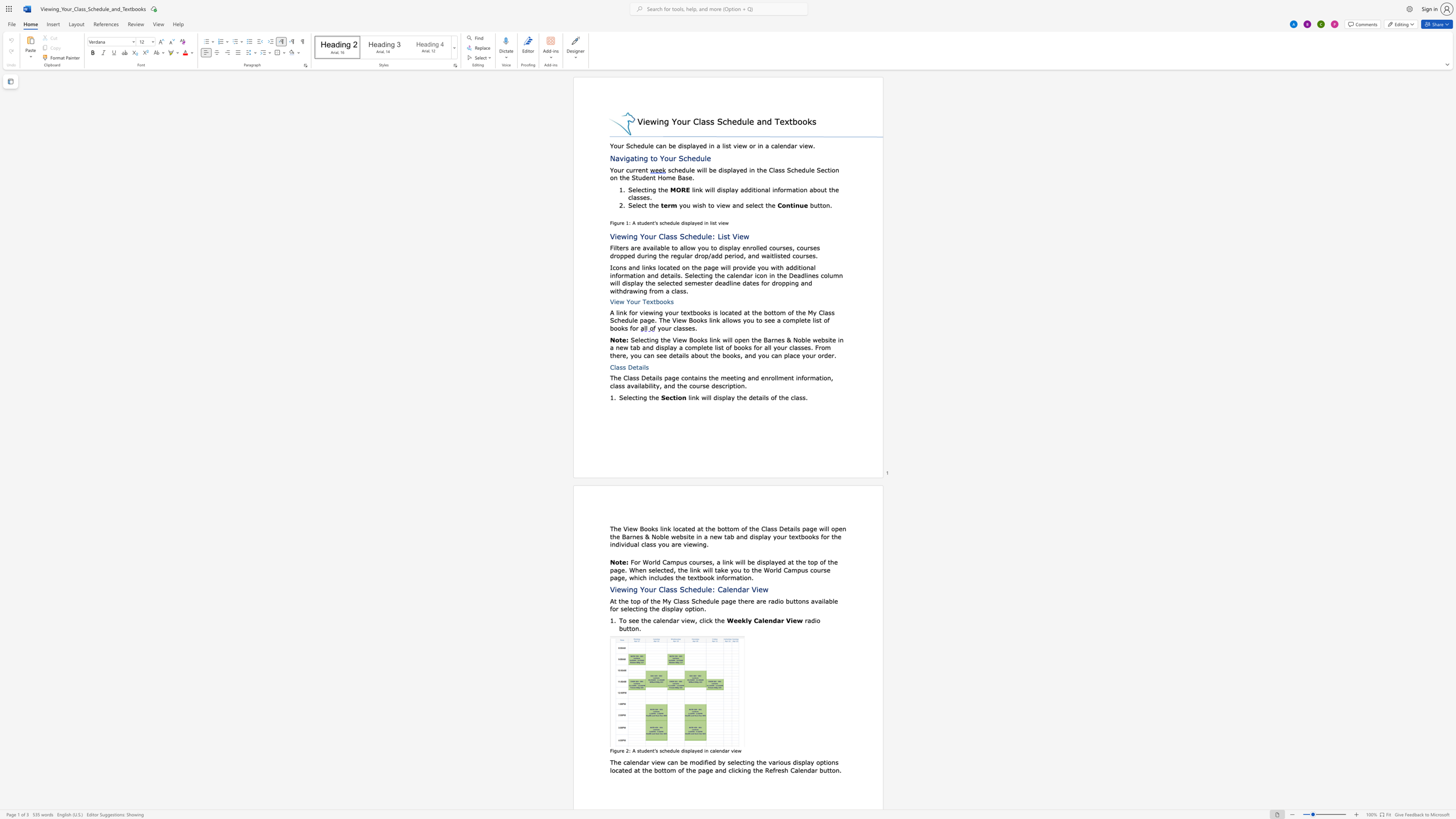 Image resolution: width=1456 pixels, height=819 pixels. What do you see at coordinates (610, 608) in the screenshot?
I see `the 2th character "f" in the text` at bounding box center [610, 608].